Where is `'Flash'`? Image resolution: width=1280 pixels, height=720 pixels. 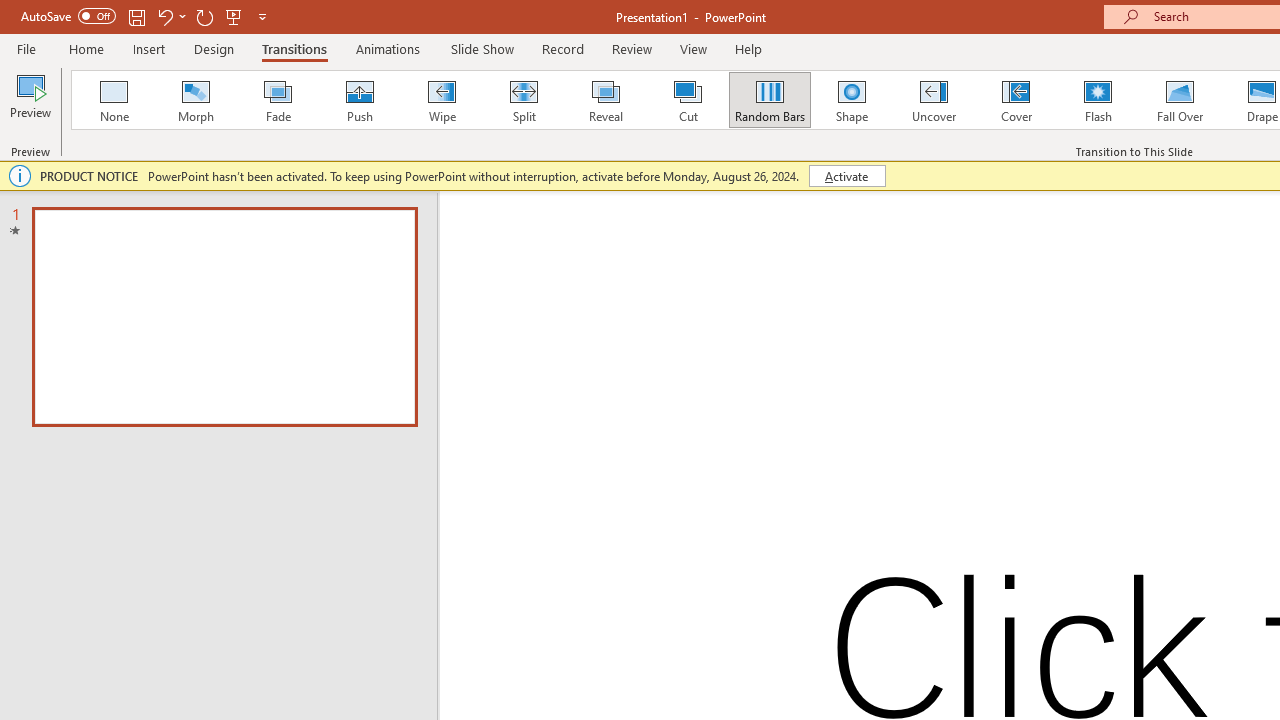
'Flash' is located at coordinates (1097, 100).